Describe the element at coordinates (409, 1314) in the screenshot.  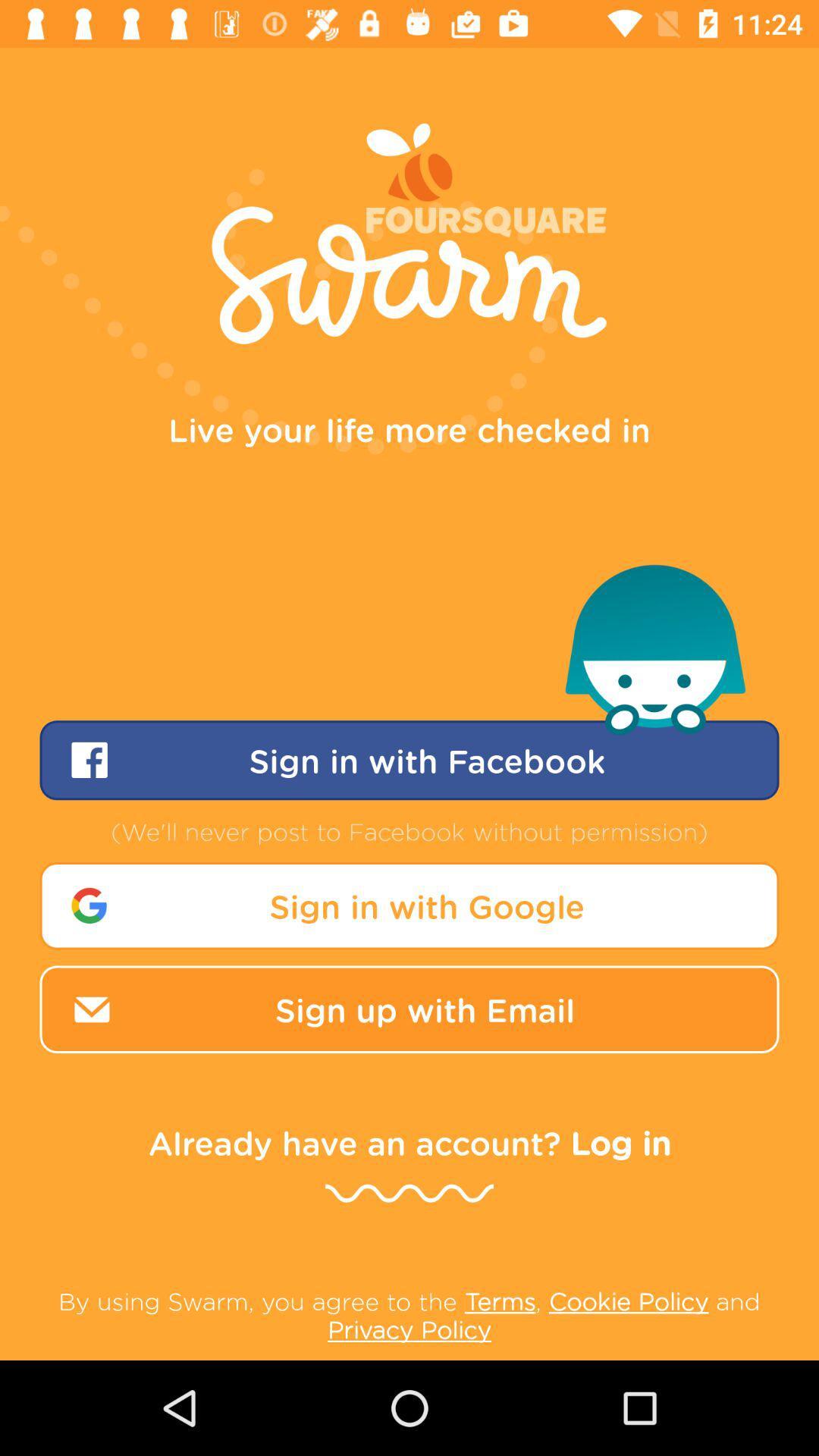
I see `the by using swarm icon` at that location.